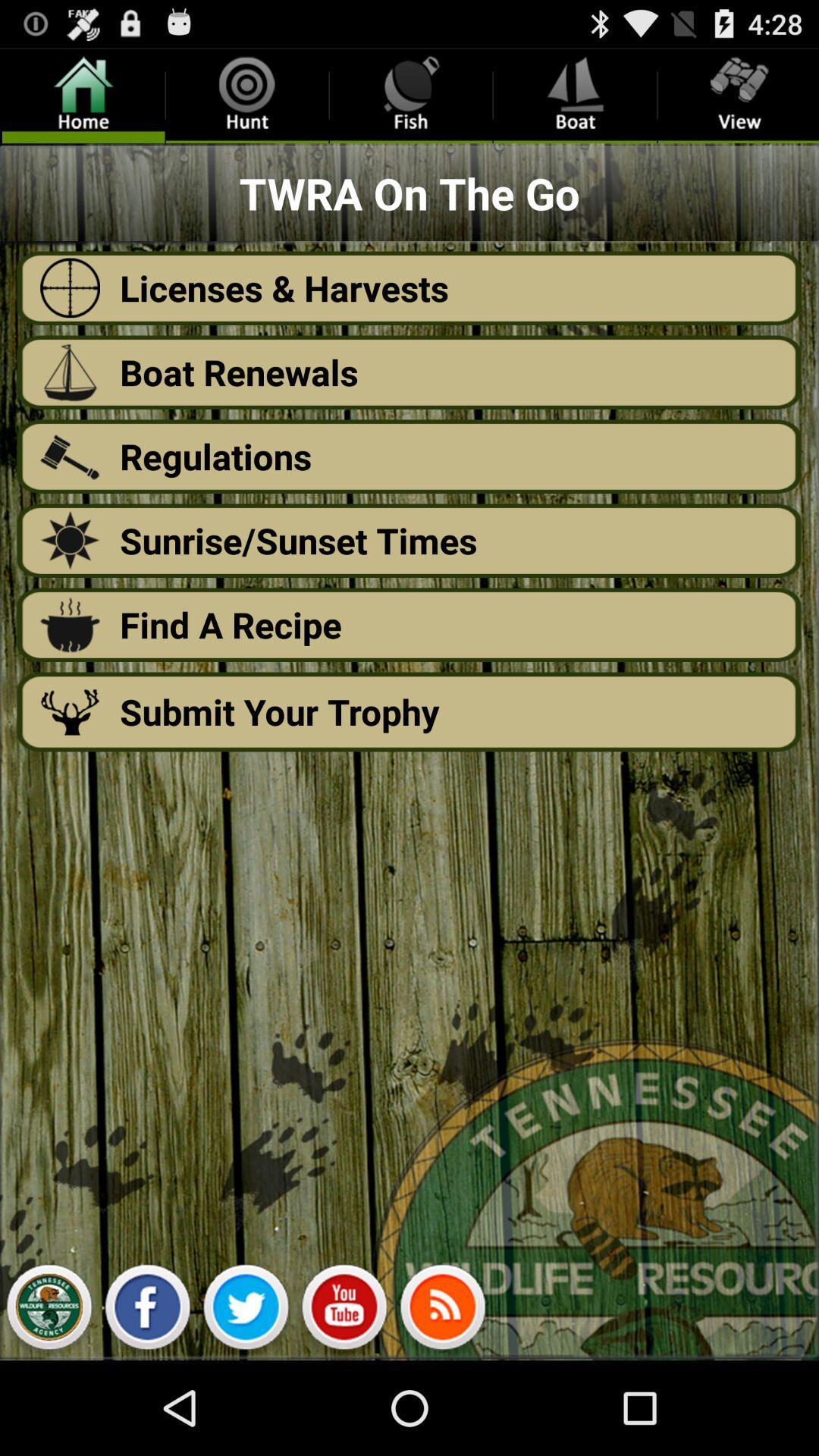 This screenshot has height=1456, width=819. Describe the element at coordinates (344, 1310) in the screenshot. I see `the app below the submit your trophy icon` at that location.